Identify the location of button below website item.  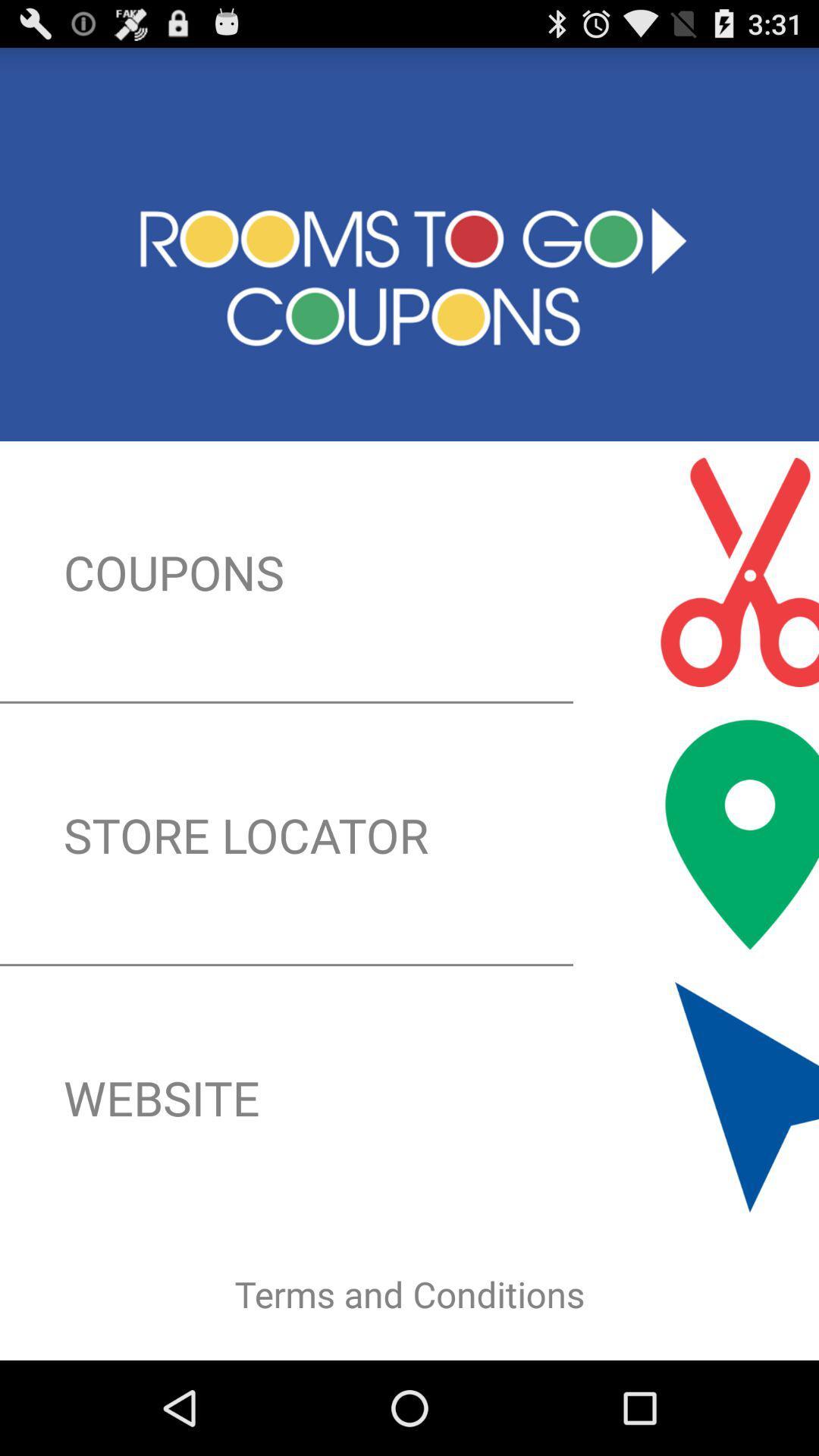
(409, 1294).